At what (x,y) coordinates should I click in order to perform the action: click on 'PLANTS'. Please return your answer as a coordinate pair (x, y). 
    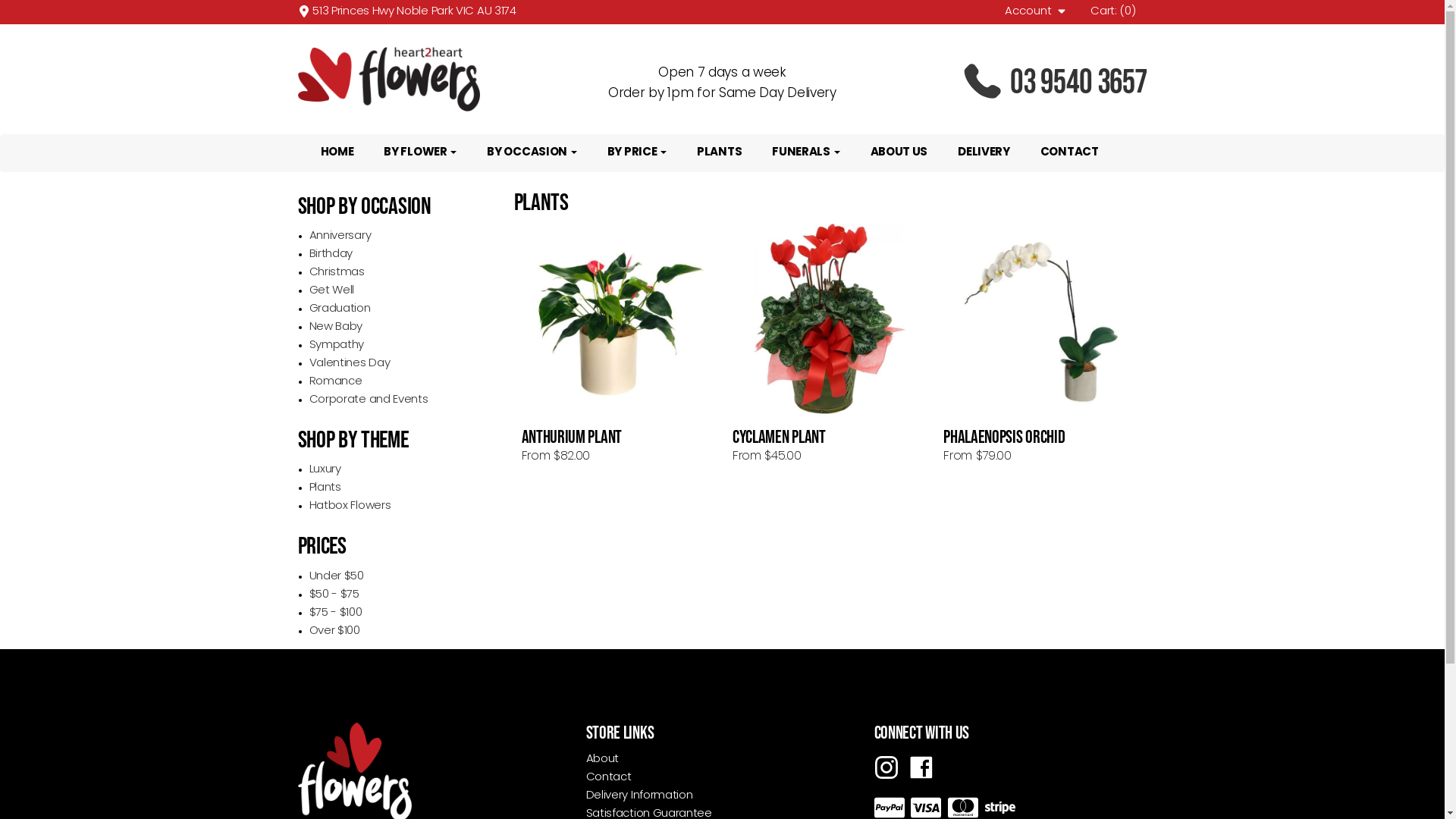
    Looking at the image, I should click on (718, 152).